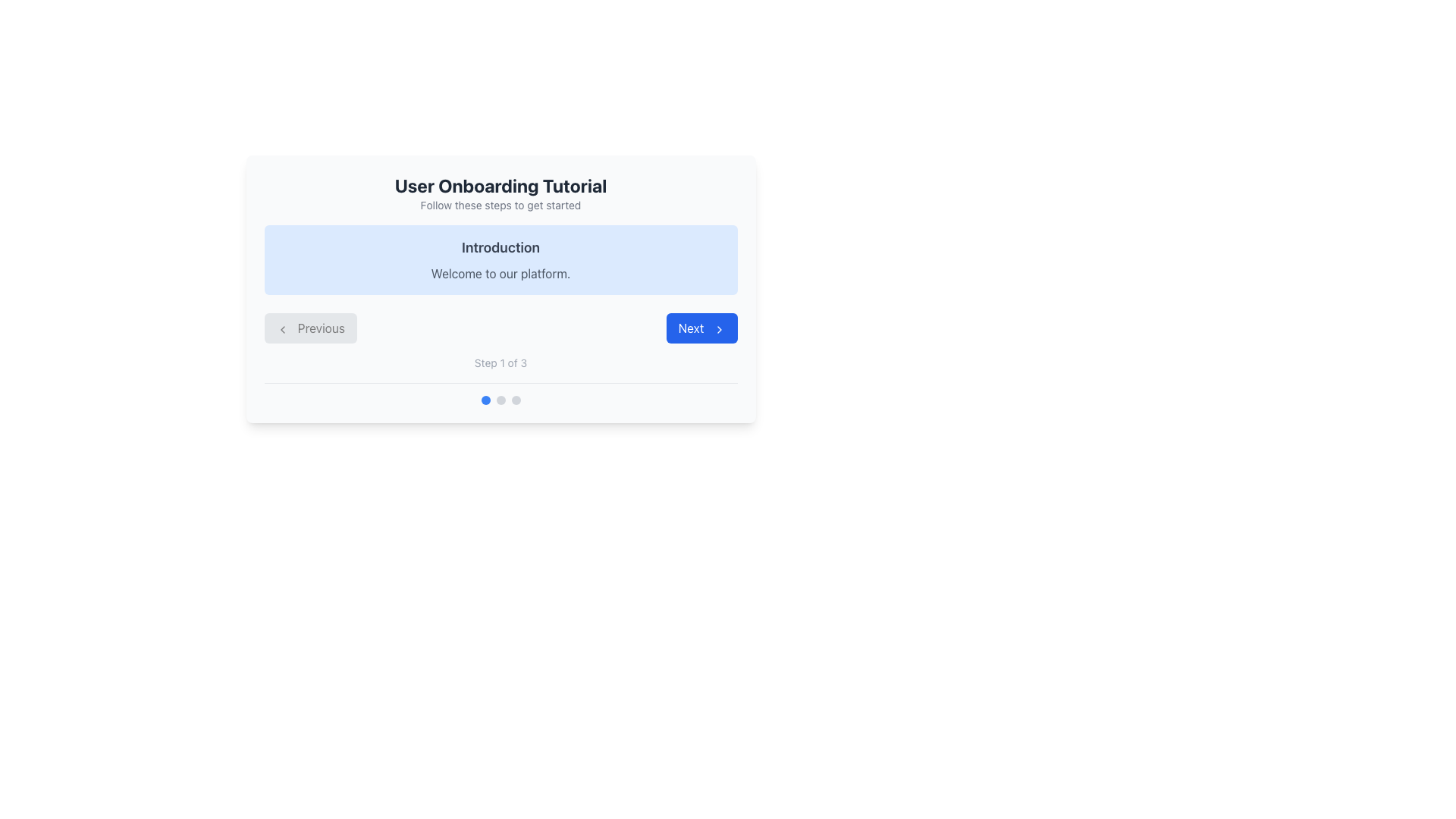  Describe the element at coordinates (701, 327) in the screenshot. I see `the 'Next' button located in the lower right corner of the onboarding modal` at that location.